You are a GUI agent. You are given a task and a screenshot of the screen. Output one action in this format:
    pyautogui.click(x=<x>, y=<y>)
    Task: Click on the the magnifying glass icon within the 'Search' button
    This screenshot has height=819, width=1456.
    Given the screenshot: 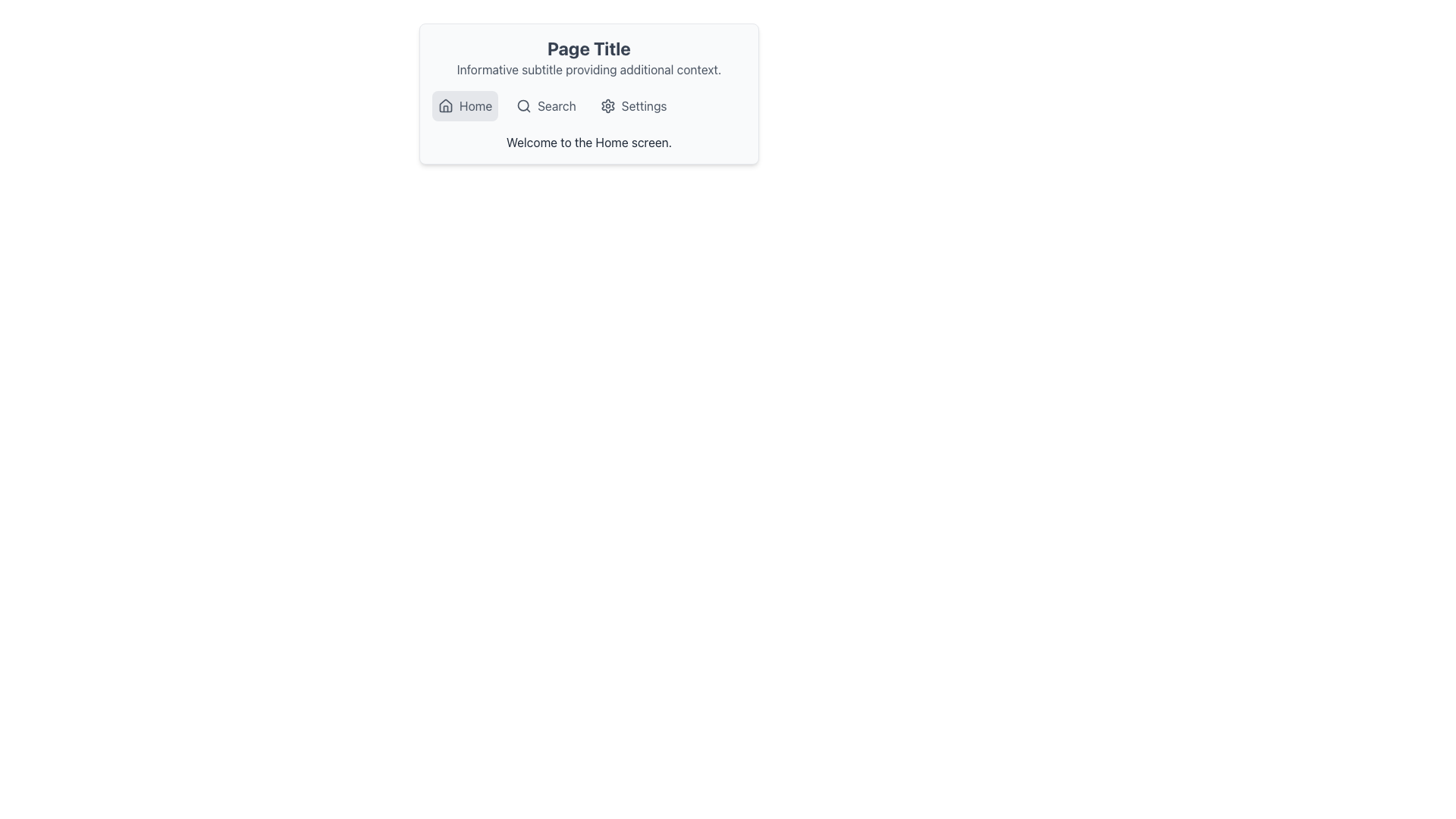 What is the action you would take?
    pyautogui.click(x=524, y=105)
    